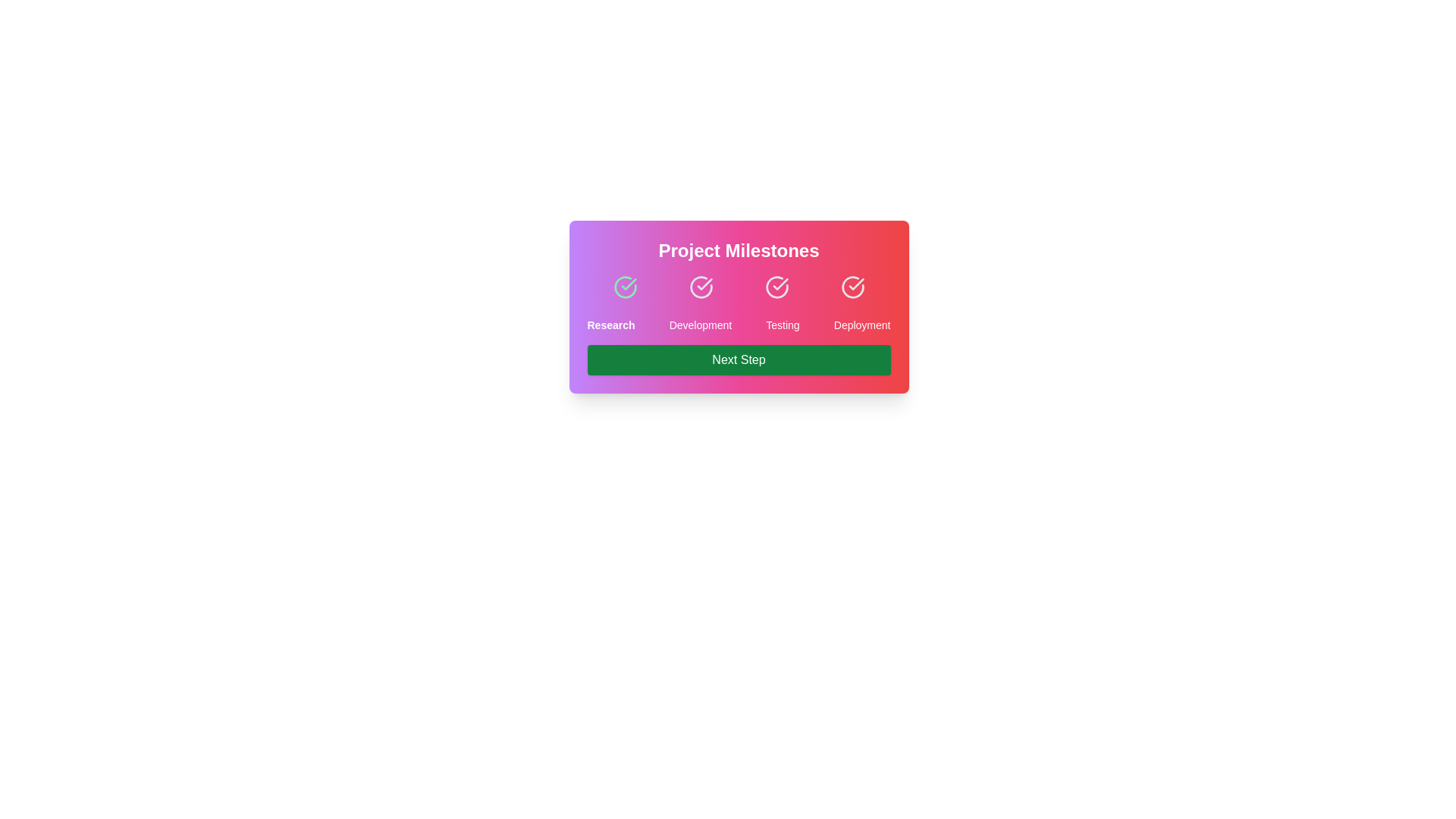  Describe the element at coordinates (852, 287) in the screenshot. I see `the SVG element representing the completion status of the 'Deployment' milestone, located on the rightmost side of the milestone list` at that location.